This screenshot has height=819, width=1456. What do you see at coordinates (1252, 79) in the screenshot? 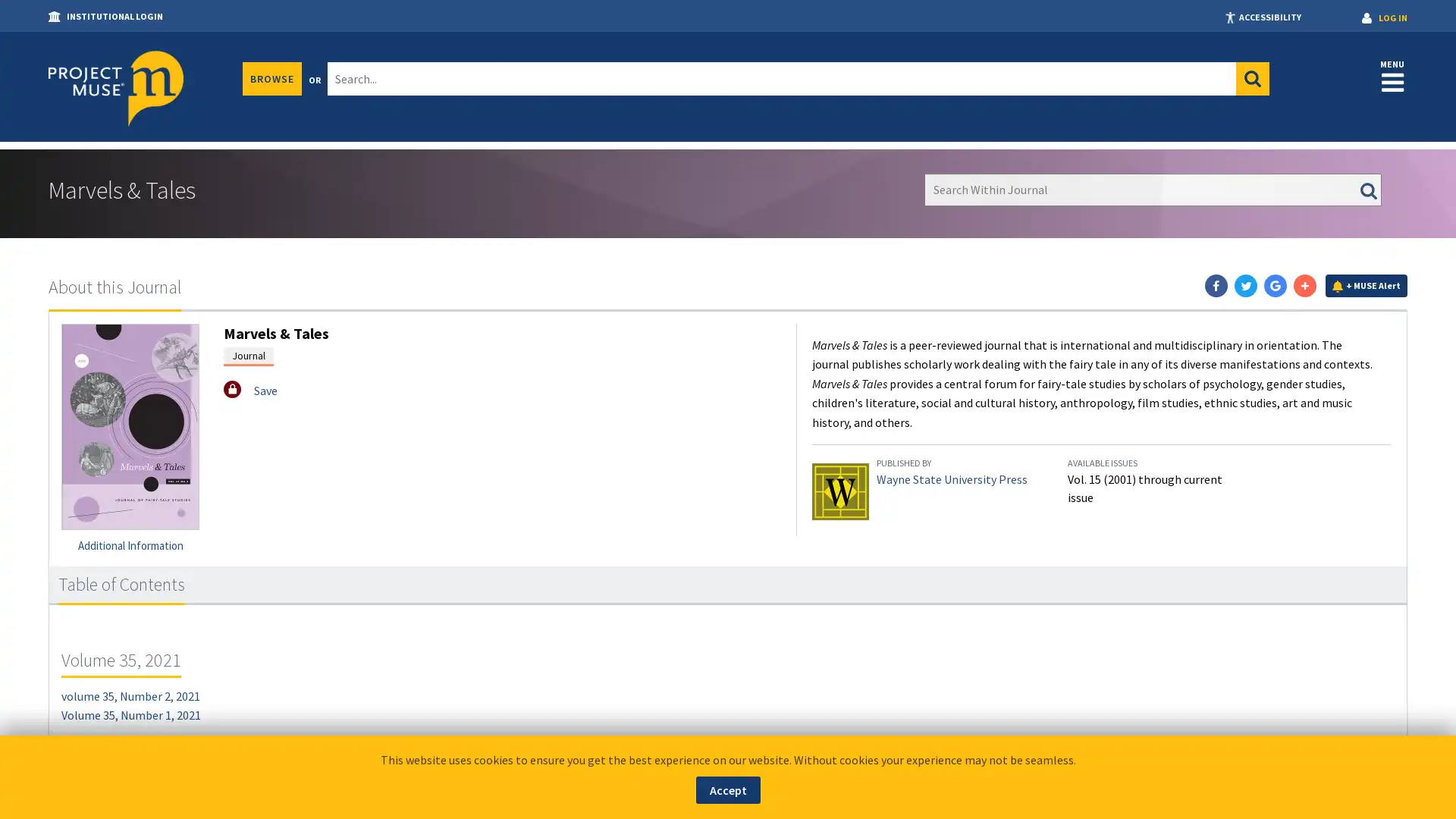
I see `Search icon` at bounding box center [1252, 79].